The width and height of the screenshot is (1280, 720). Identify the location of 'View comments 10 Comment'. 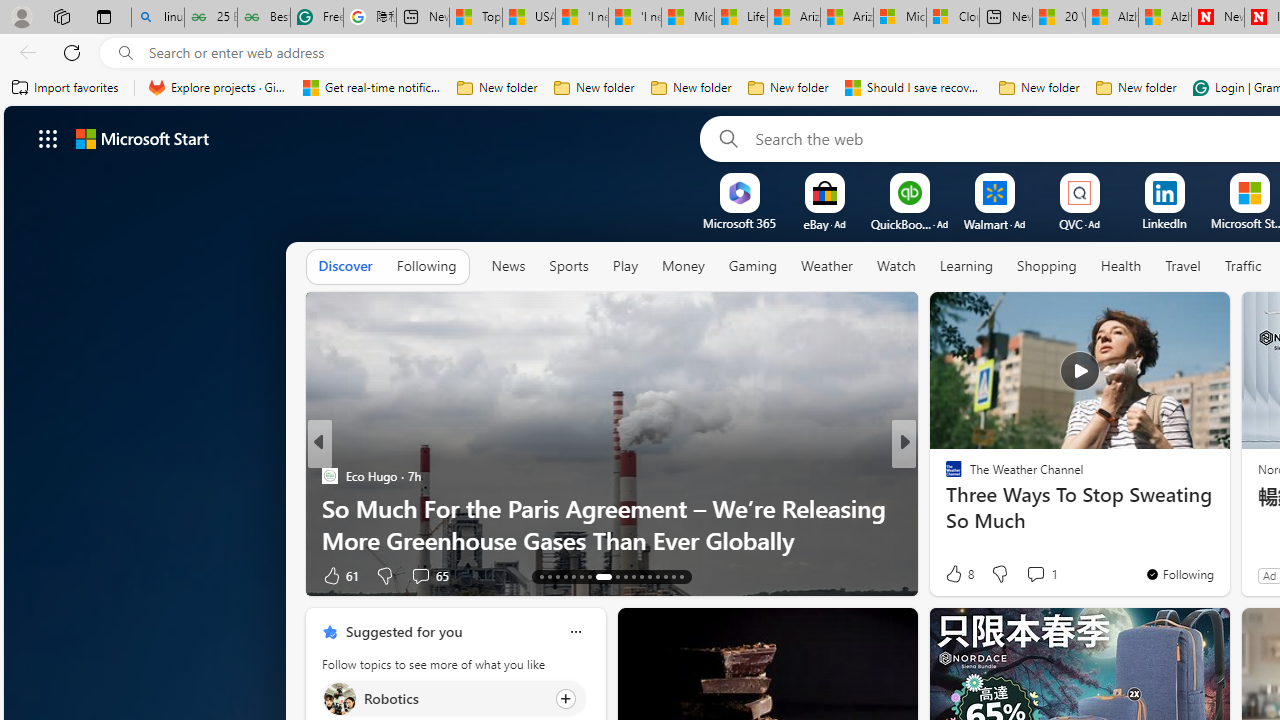
(1041, 575).